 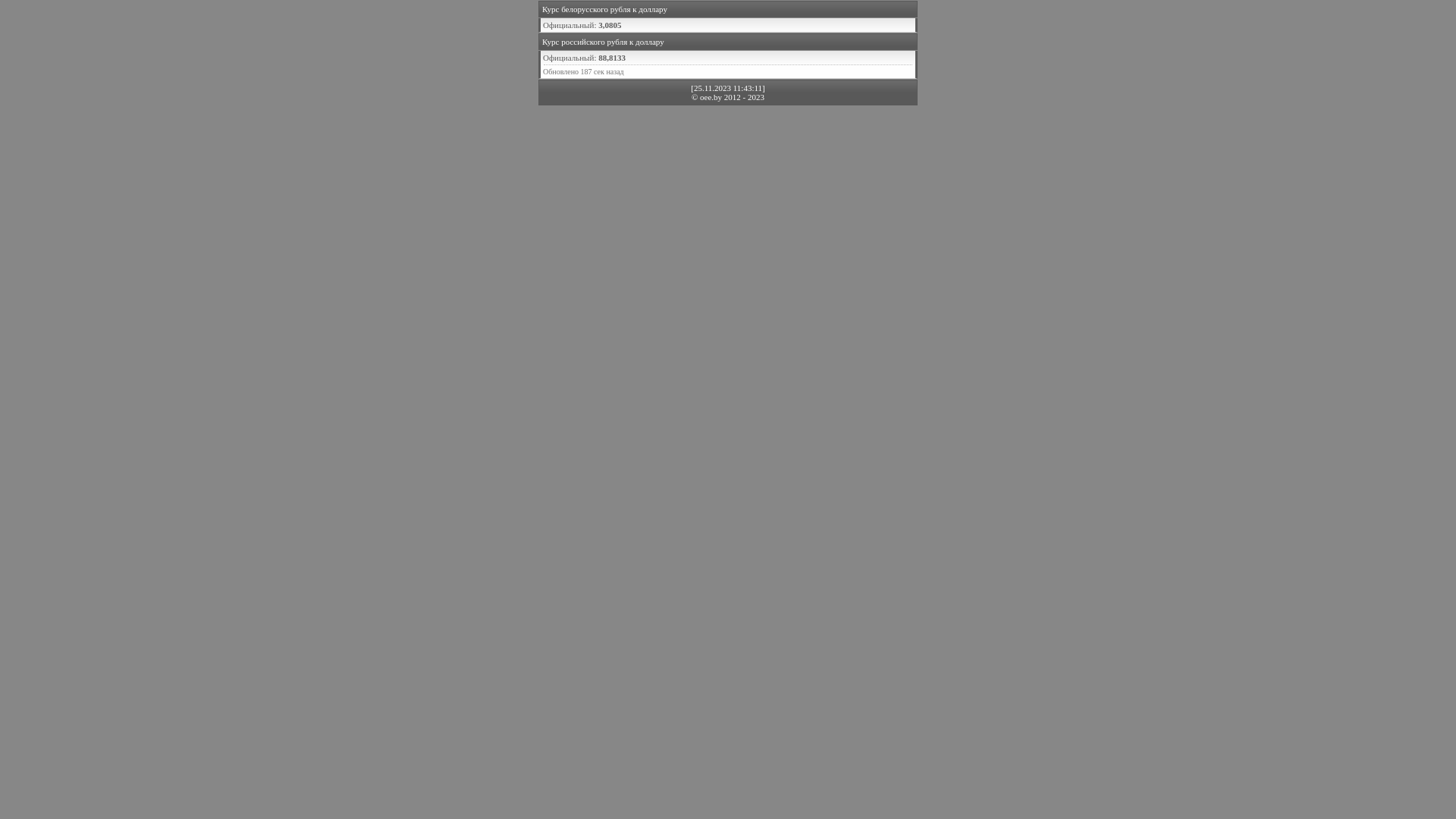 What do you see at coordinates (698, 96) in the screenshot?
I see `'oee.by'` at bounding box center [698, 96].